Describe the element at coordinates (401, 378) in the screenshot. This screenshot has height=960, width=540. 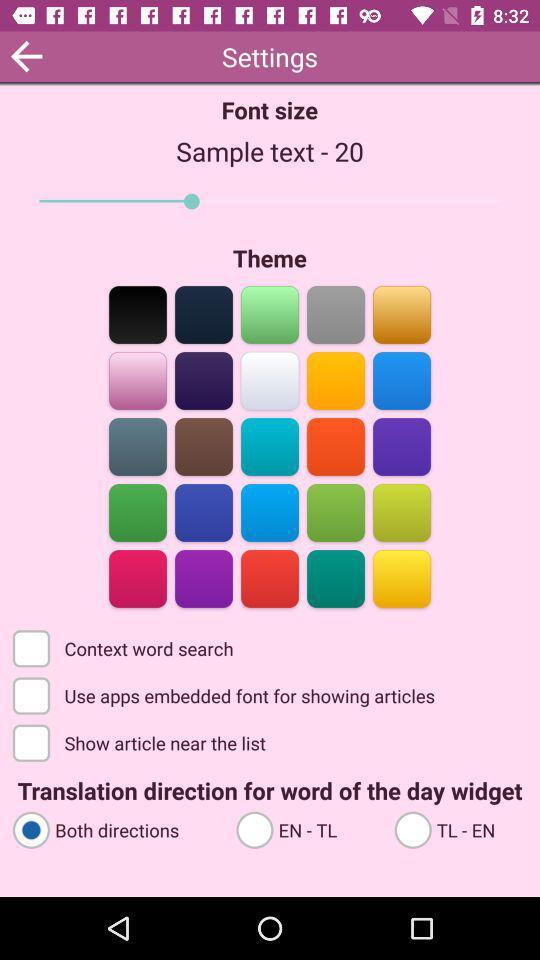
I see `change theme to blue` at that location.